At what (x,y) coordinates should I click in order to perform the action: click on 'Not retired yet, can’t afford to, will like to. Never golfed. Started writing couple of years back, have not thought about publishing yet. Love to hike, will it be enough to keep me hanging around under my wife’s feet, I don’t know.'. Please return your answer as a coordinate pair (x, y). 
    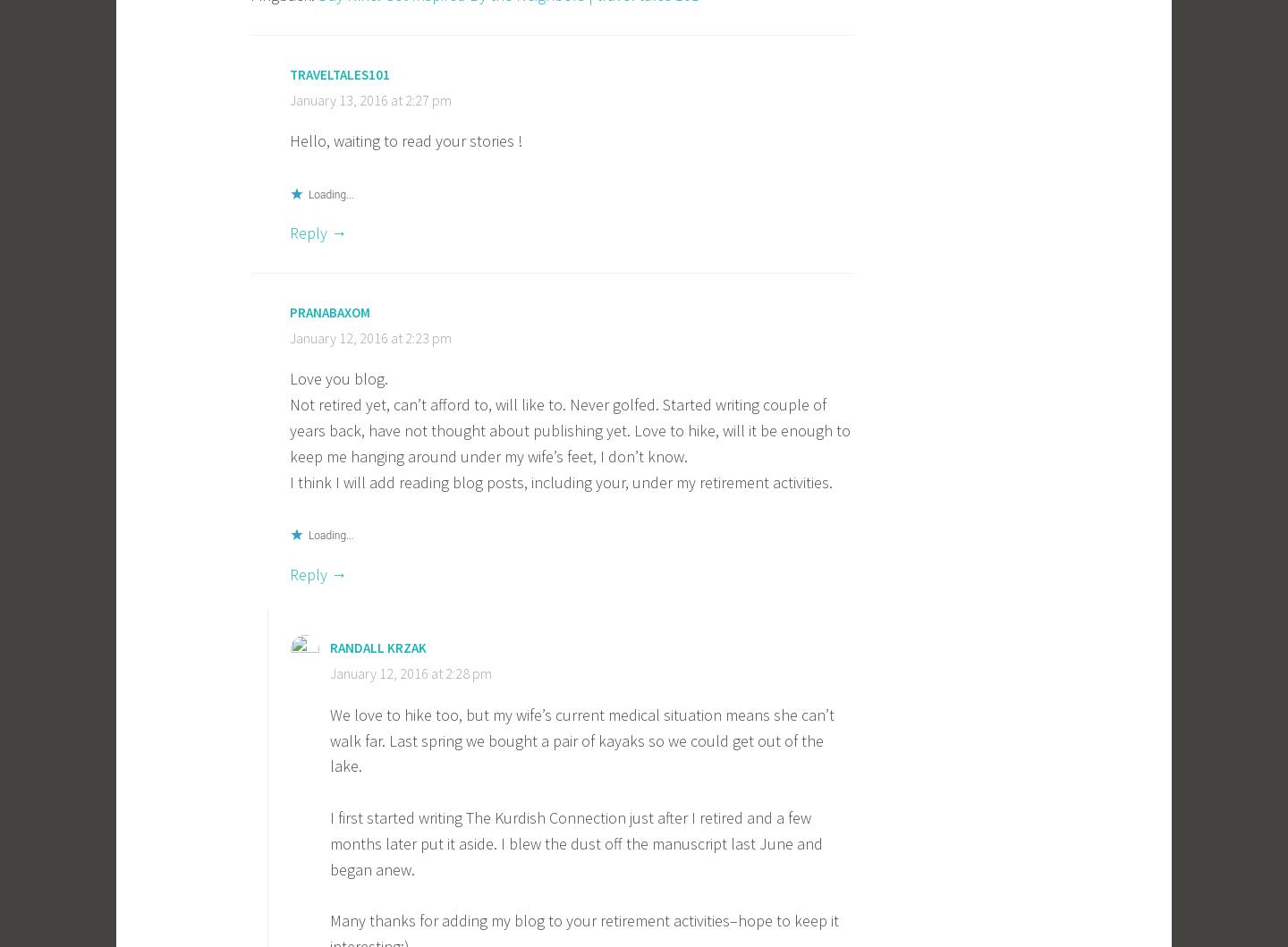
    Looking at the image, I should click on (569, 429).